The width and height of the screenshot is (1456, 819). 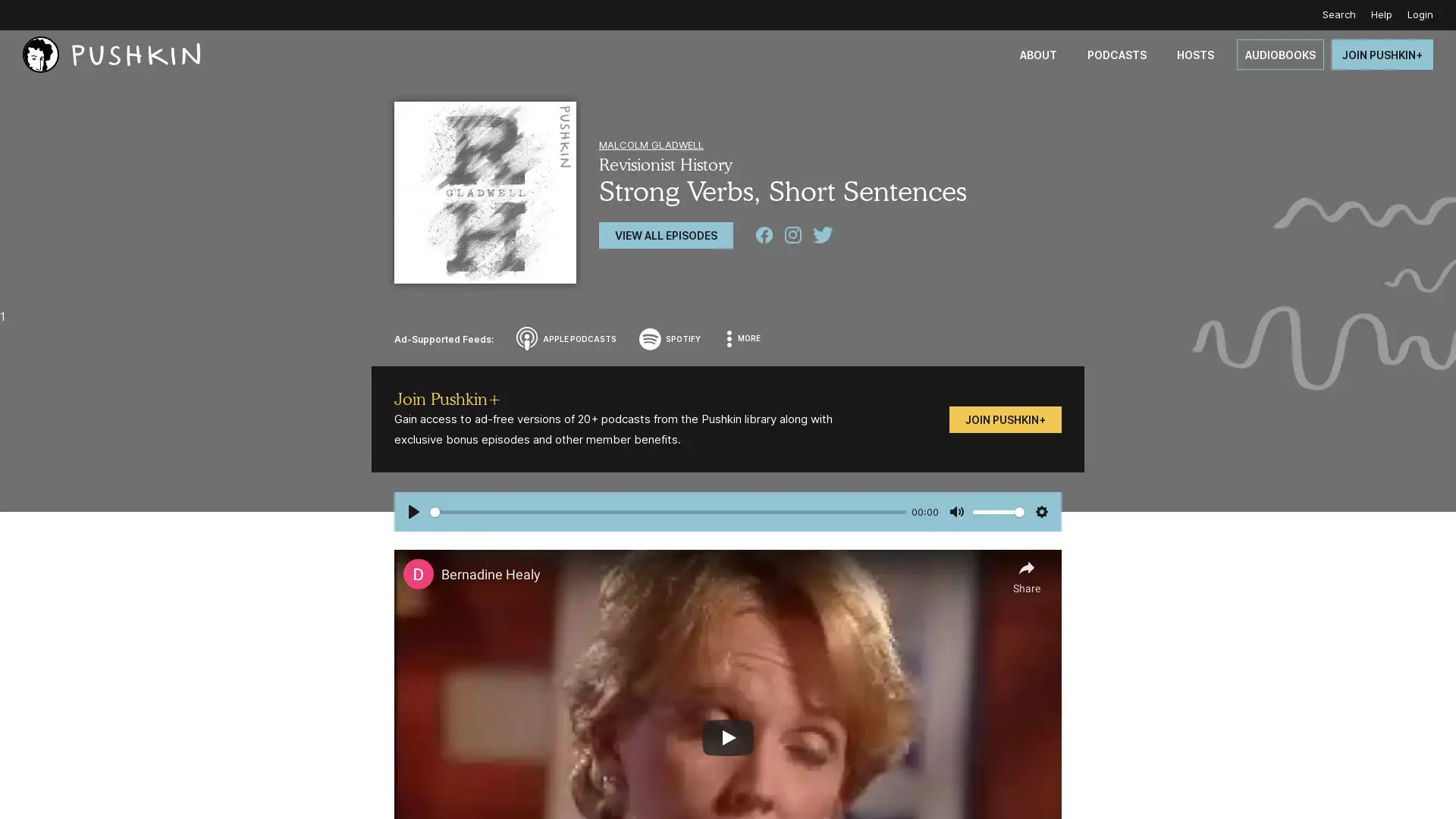 I want to click on MORE, so click(x=745, y=338).